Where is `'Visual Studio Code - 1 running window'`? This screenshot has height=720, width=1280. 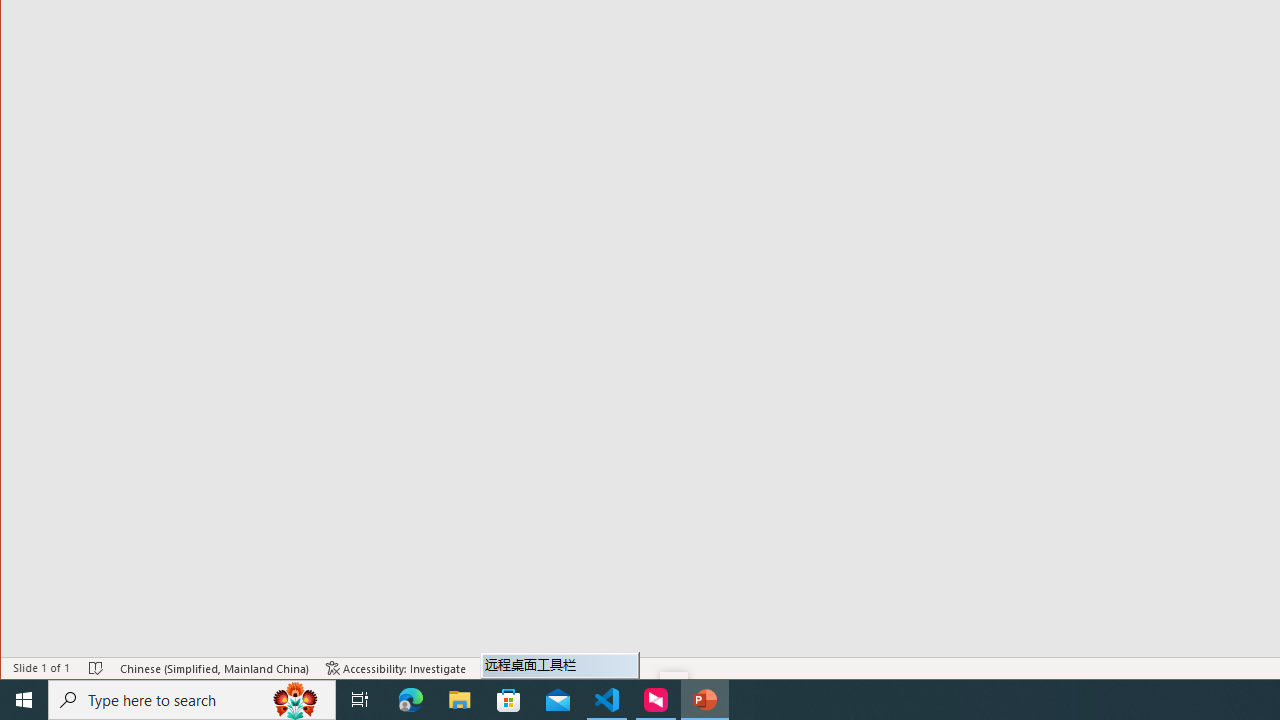
'Visual Studio Code - 1 running window' is located at coordinates (606, 698).